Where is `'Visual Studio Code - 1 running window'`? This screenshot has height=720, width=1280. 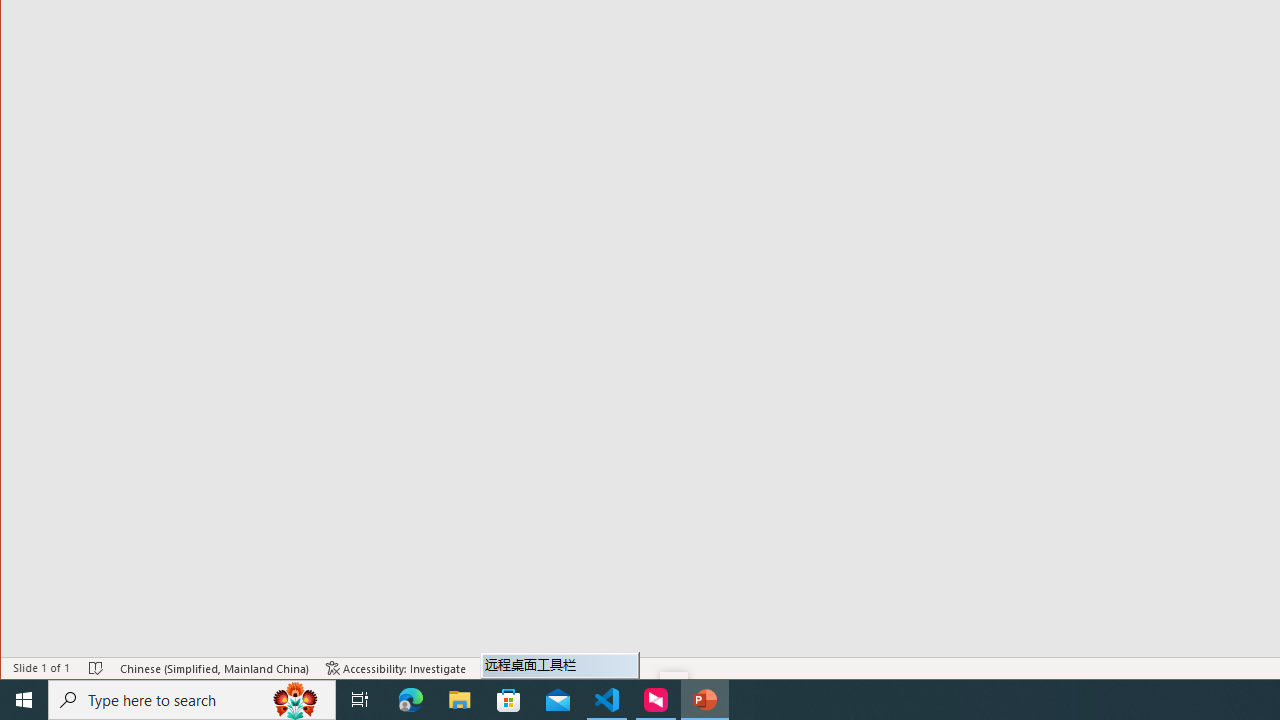
'Visual Studio Code - 1 running window' is located at coordinates (606, 698).